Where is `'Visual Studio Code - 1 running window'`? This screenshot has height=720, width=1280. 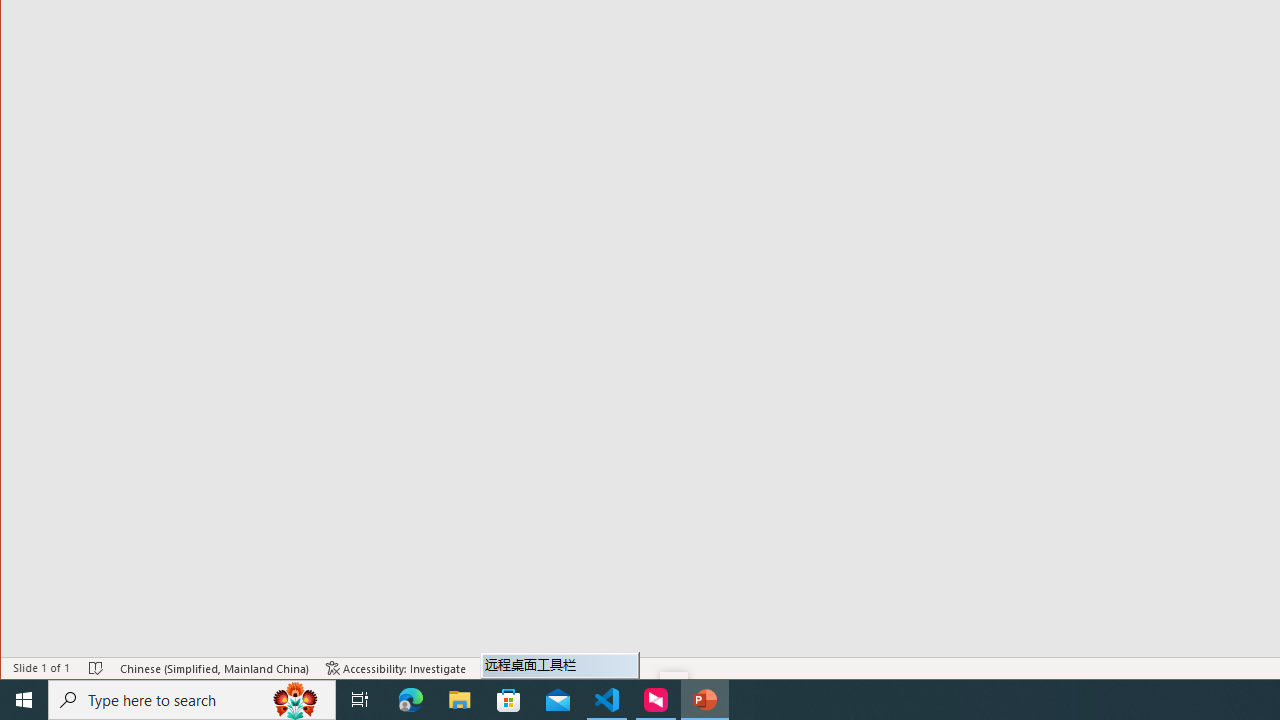
'Visual Studio Code - 1 running window' is located at coordinates (606, 698).